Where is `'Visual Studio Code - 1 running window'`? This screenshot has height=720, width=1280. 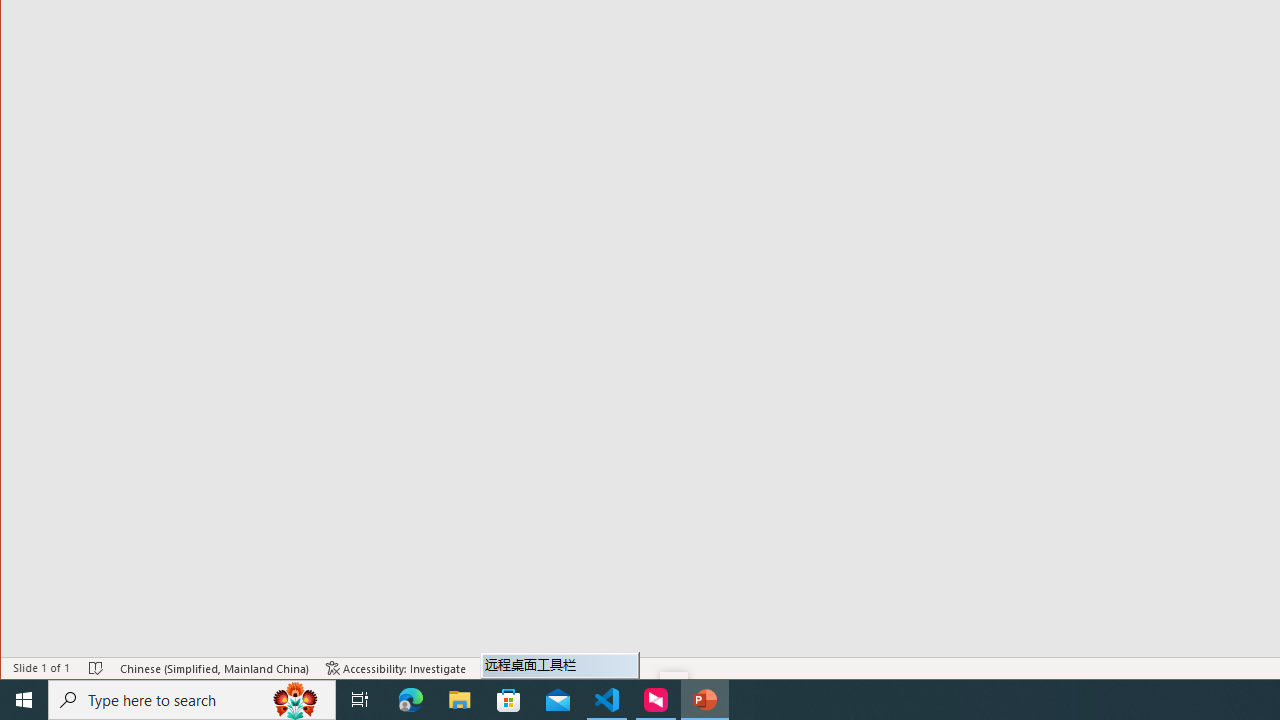
'Visual Studio Code - 1 running window' is located at coordinates (606, 698).